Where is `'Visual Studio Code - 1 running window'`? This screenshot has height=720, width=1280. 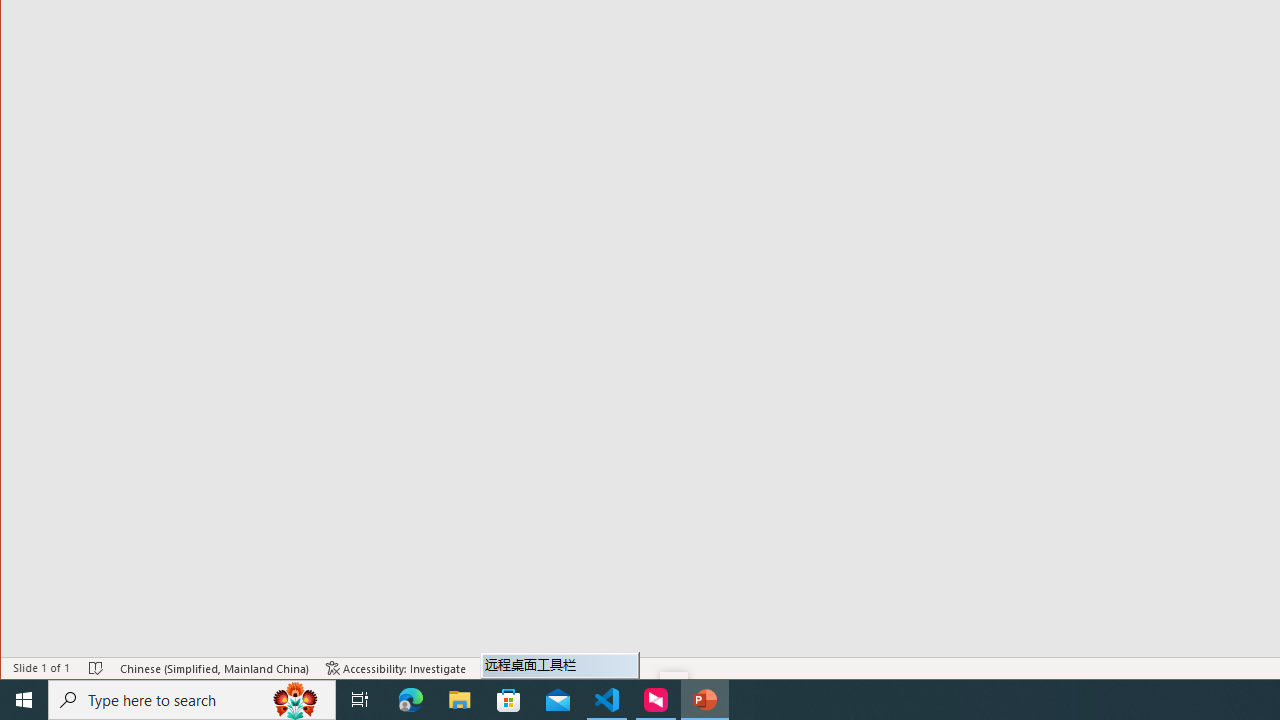
'Visual Studio Code - 1 running window' is located at coordinates (606, 698).